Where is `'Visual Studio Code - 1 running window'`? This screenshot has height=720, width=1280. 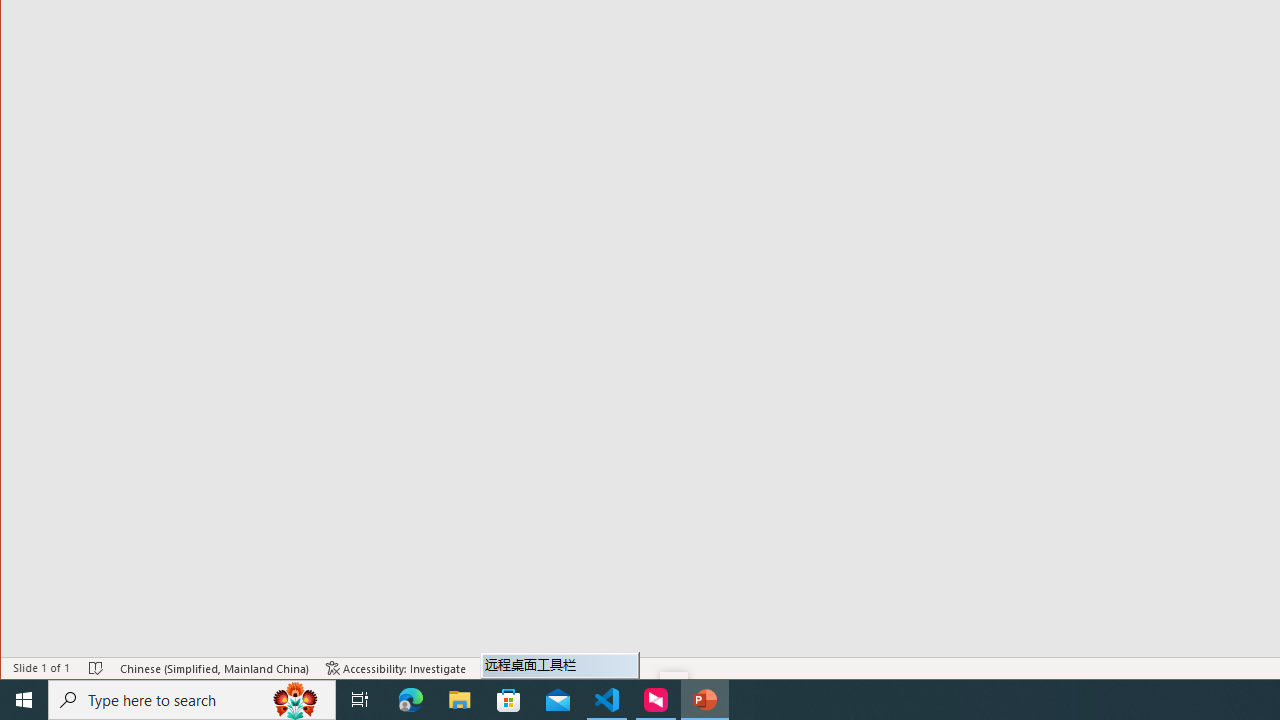
'Visual Studio Code - 1 running window' is located at coordinates (606, 698).